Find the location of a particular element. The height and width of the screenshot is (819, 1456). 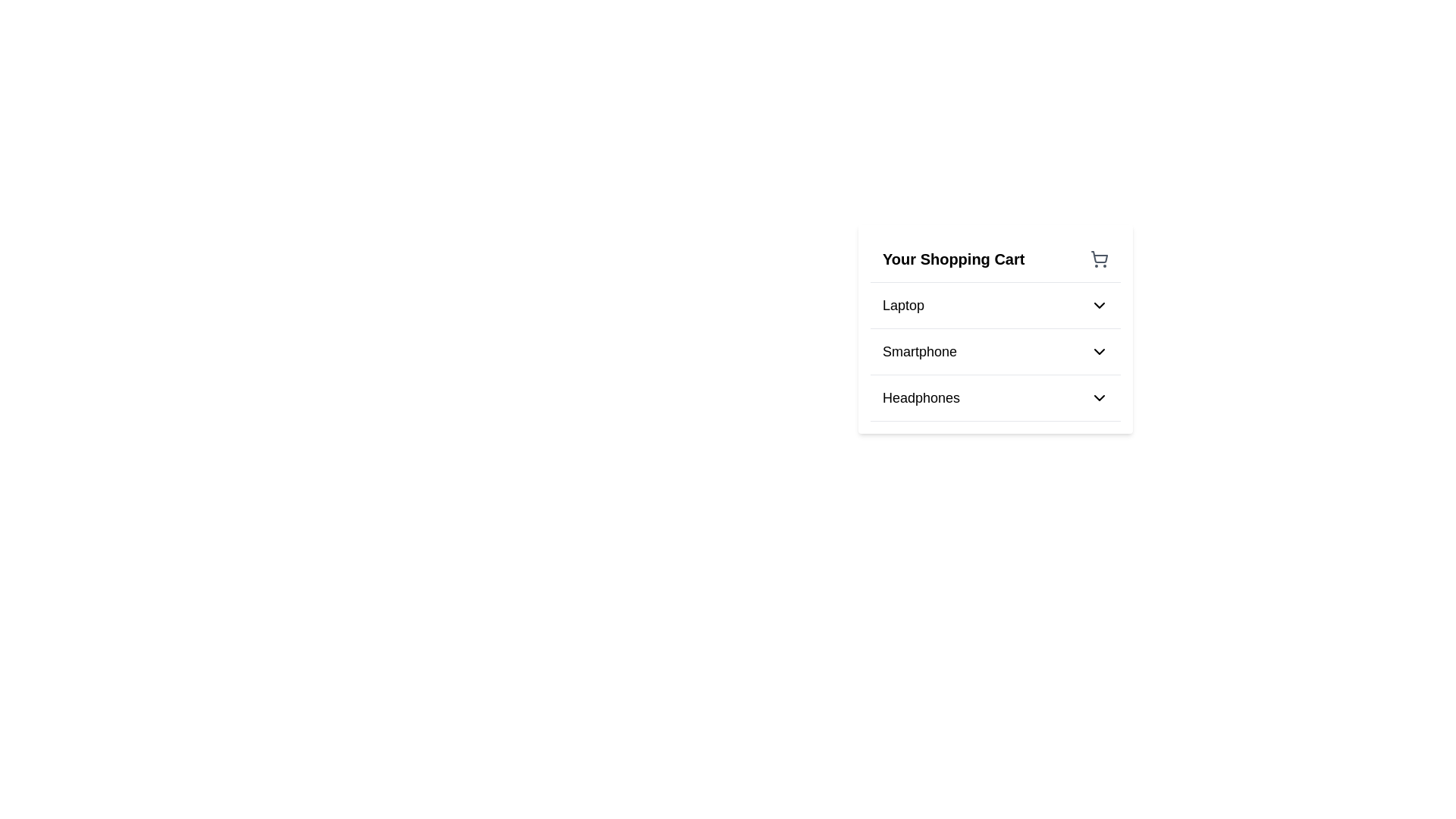

the shopping cart icon, which is located to the right of the 'Your Shopping Cart' title is located at coordinates (1099, 259).